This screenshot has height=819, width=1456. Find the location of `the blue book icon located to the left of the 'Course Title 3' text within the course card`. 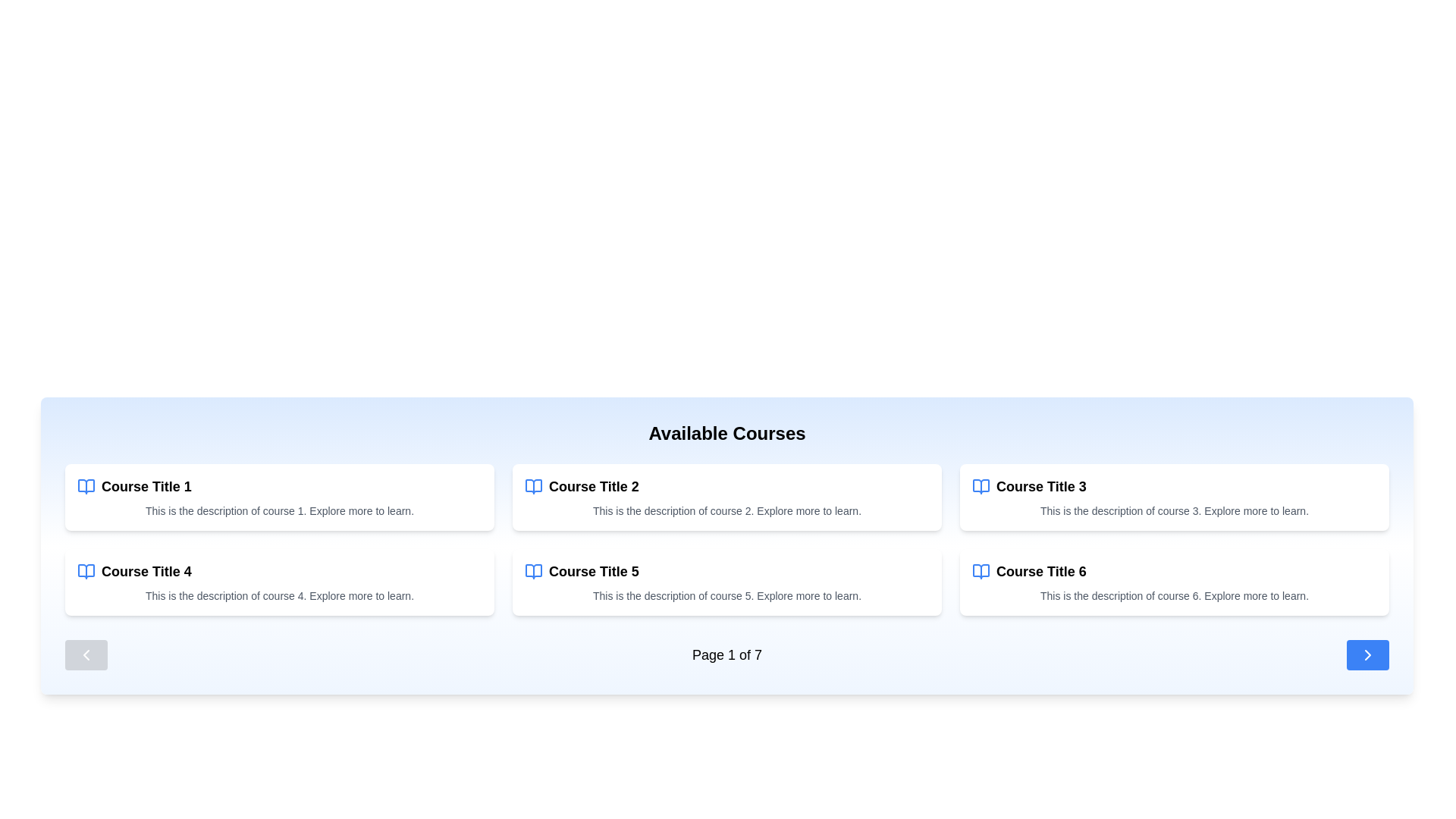

the blue book icon located to the left of the 'Course Title 3' text within the course card is located at coordinates (981, 486).